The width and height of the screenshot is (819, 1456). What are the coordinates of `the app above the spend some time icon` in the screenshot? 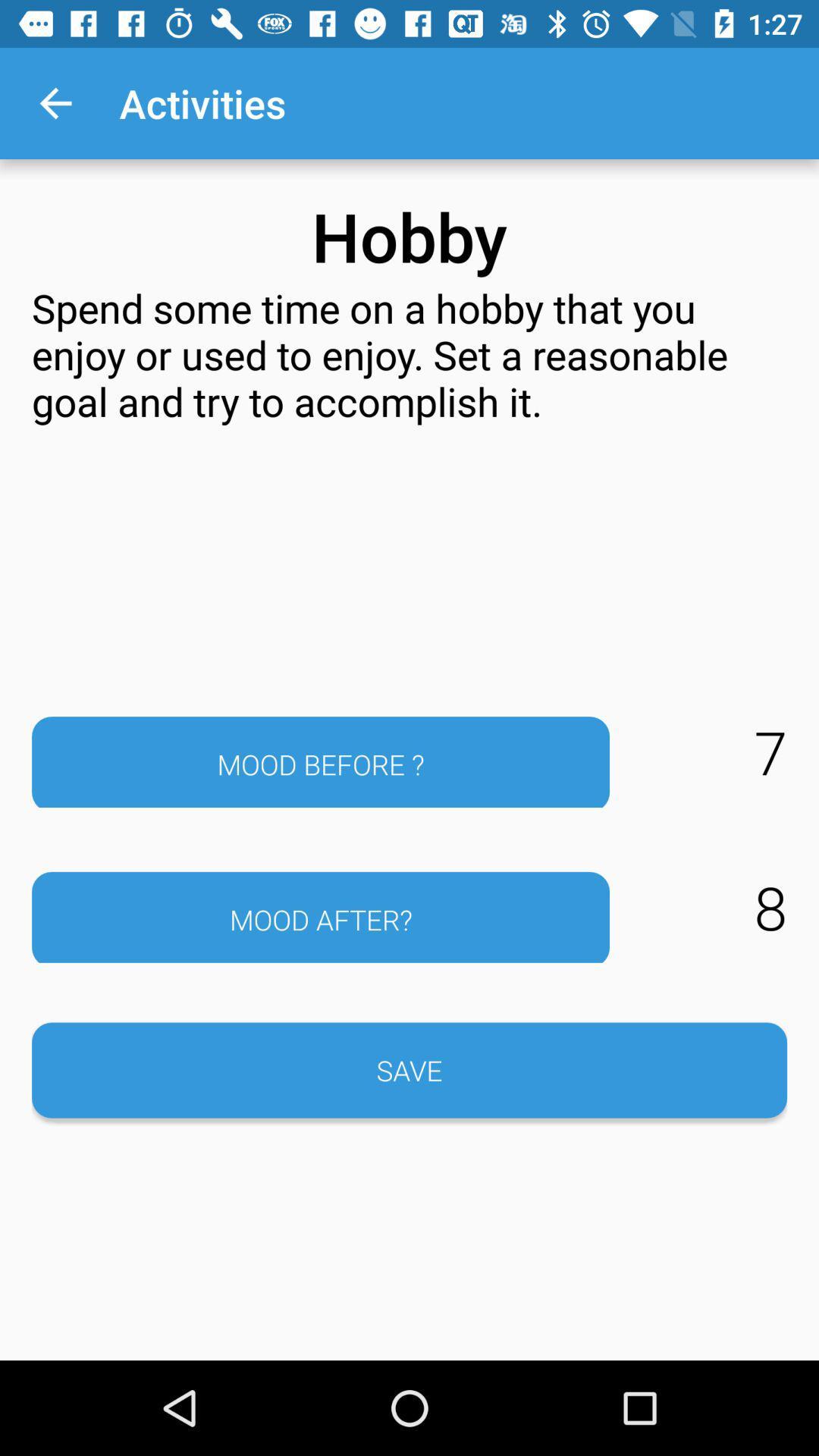 It's located at (55, 102).